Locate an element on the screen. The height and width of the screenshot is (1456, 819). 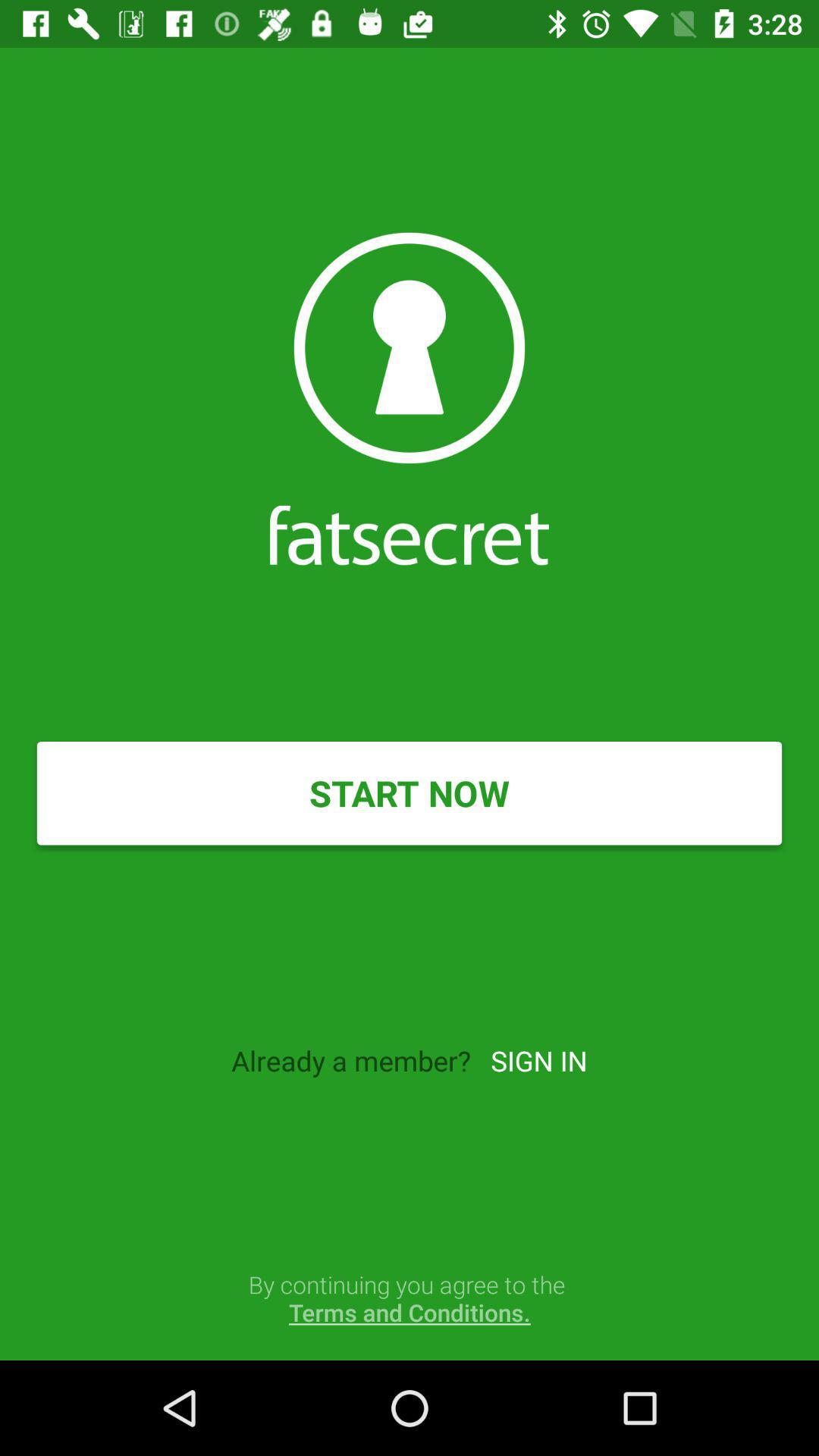
the item above already a member? item is located at coordinates (409, 792).